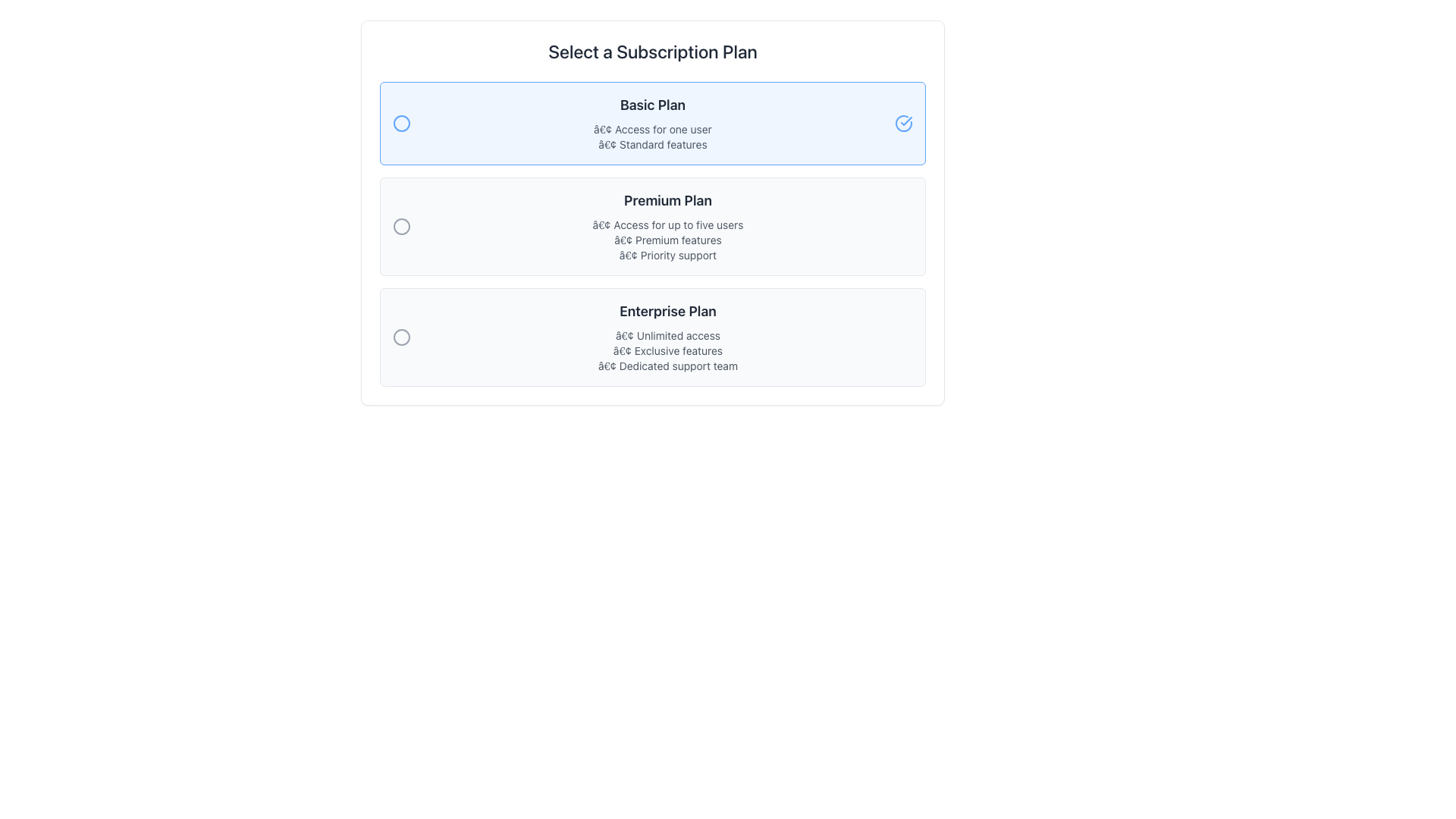 The height and width of the screenshot is (819, 1456). Describe the element at coordinates (667, 225) in the screenshot. I see `text element stating '• Access for up to five users.' which is the first bullet point in the 'Premium Plan' group` at that location.